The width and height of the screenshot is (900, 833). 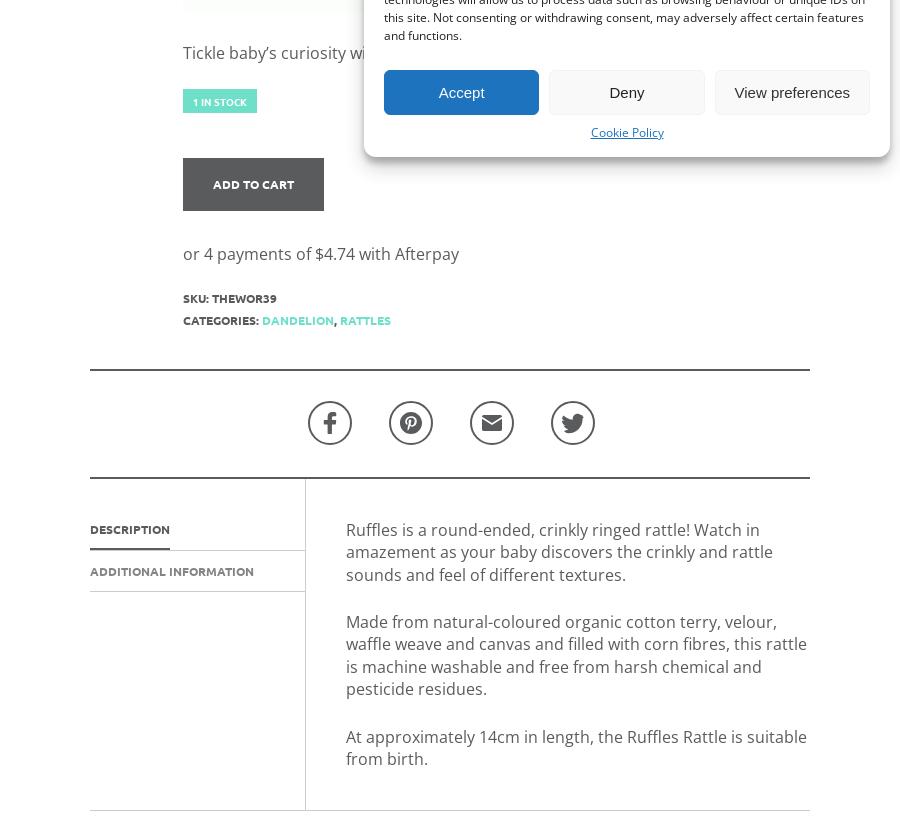 I want to click on 'dandelion', so click(x=296, y=318).